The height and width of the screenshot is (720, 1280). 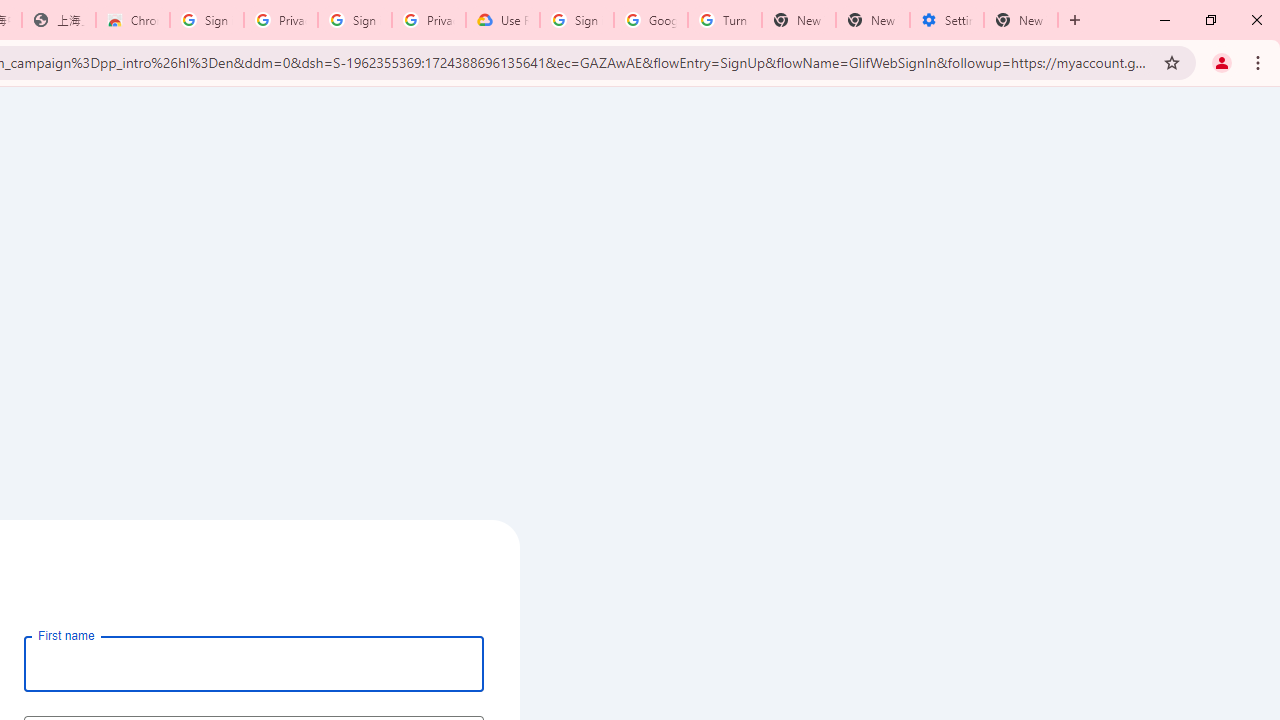 I want to click on 'Close', so click(x=1255, y=20).